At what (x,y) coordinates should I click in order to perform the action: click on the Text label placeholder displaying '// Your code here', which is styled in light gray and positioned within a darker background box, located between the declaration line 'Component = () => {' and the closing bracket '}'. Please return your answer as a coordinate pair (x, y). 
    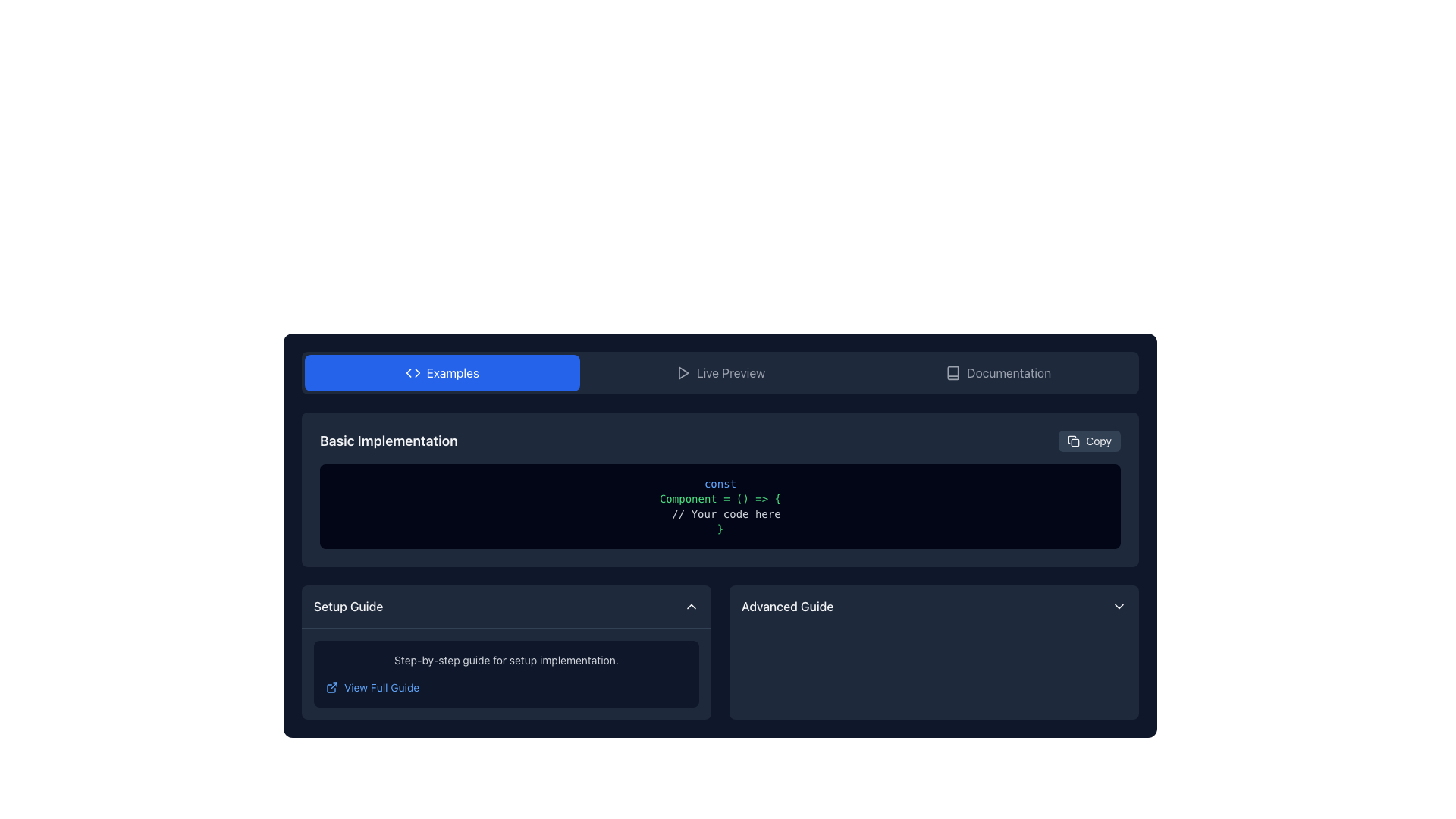
    Looking at the image, I should click on (720, 513).